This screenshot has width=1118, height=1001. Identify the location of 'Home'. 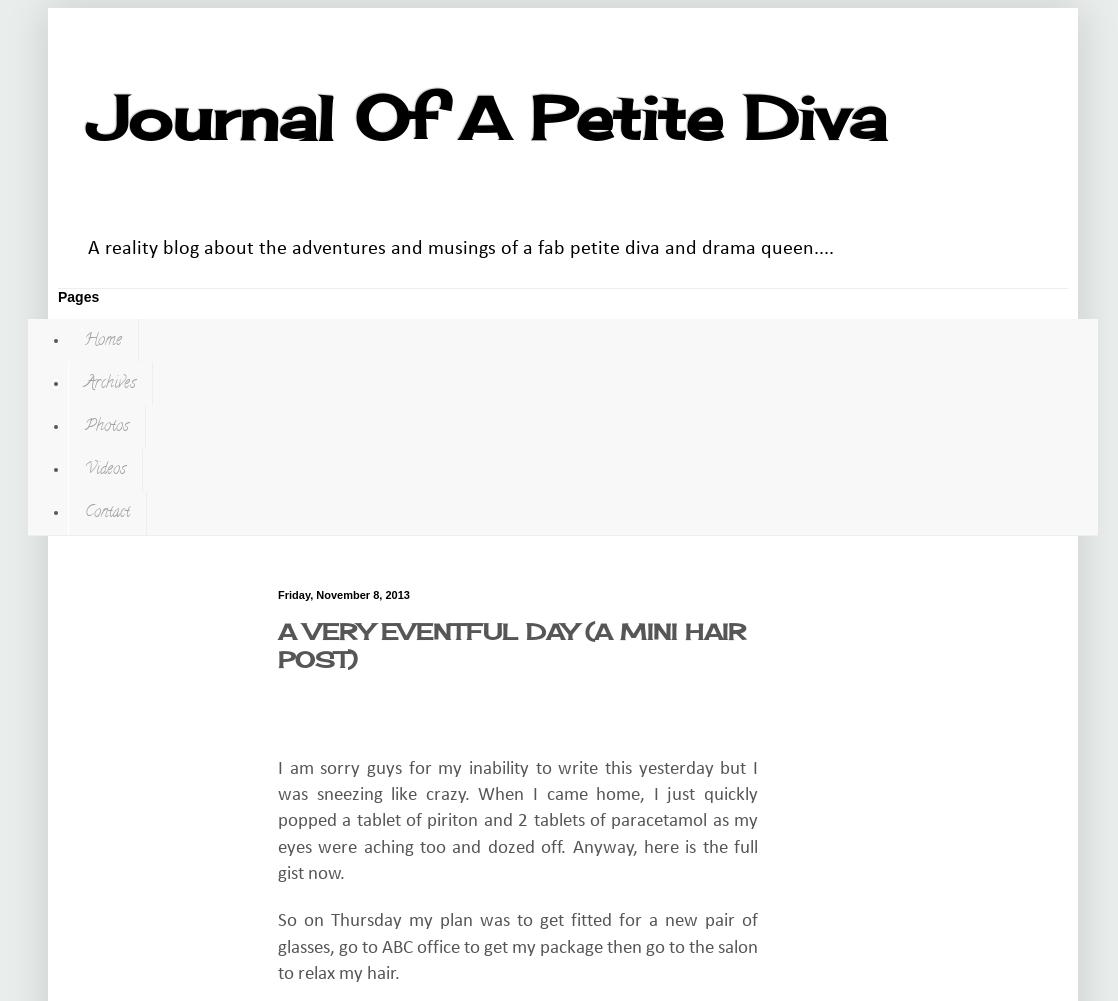
(102, 340).